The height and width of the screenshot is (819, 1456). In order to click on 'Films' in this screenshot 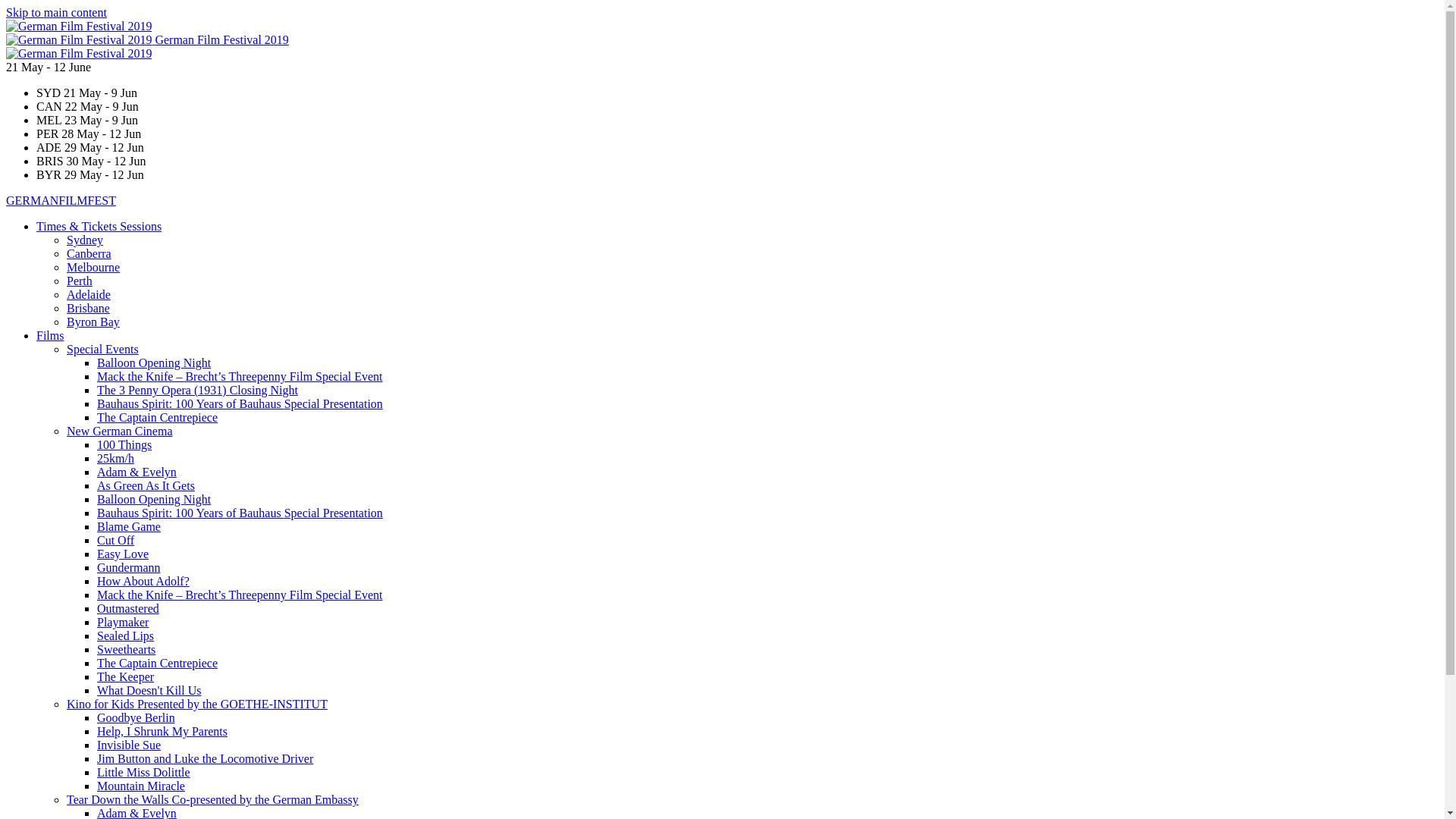, I will do `click(50, 334)`.